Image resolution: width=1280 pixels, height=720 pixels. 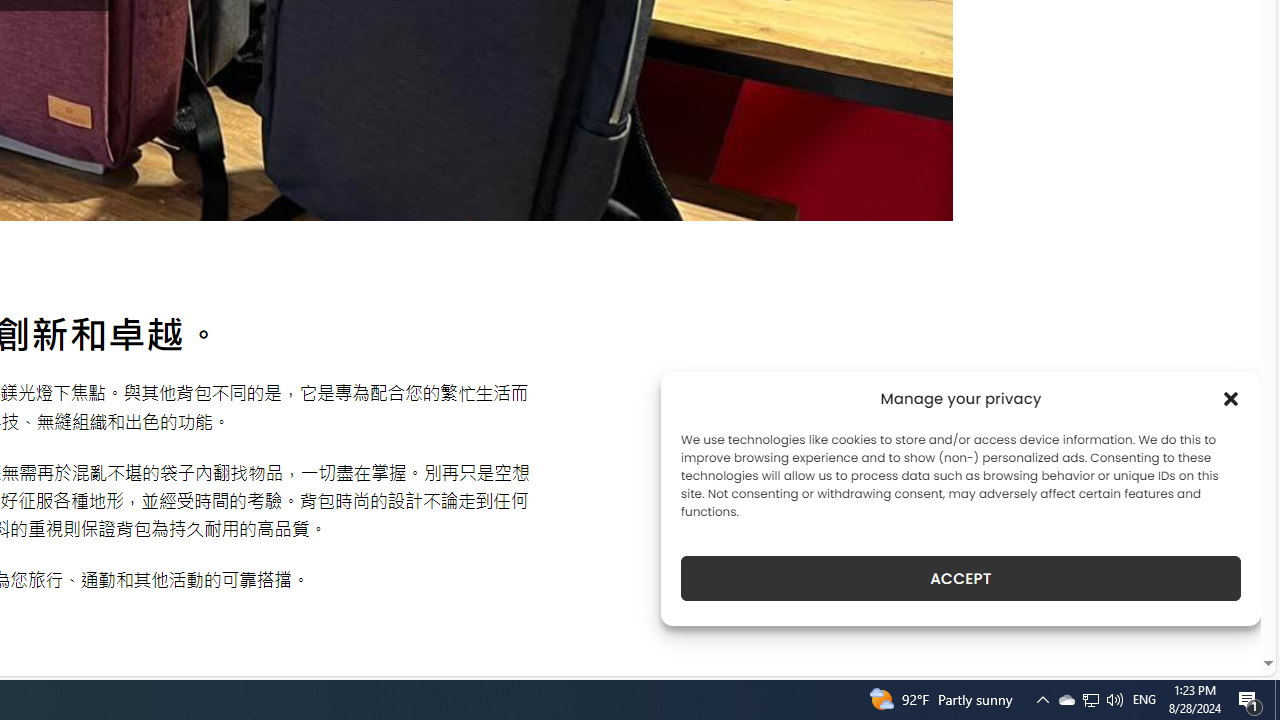 I want to click on 'Class: cmplz-close', so click(x=1230, y=398).